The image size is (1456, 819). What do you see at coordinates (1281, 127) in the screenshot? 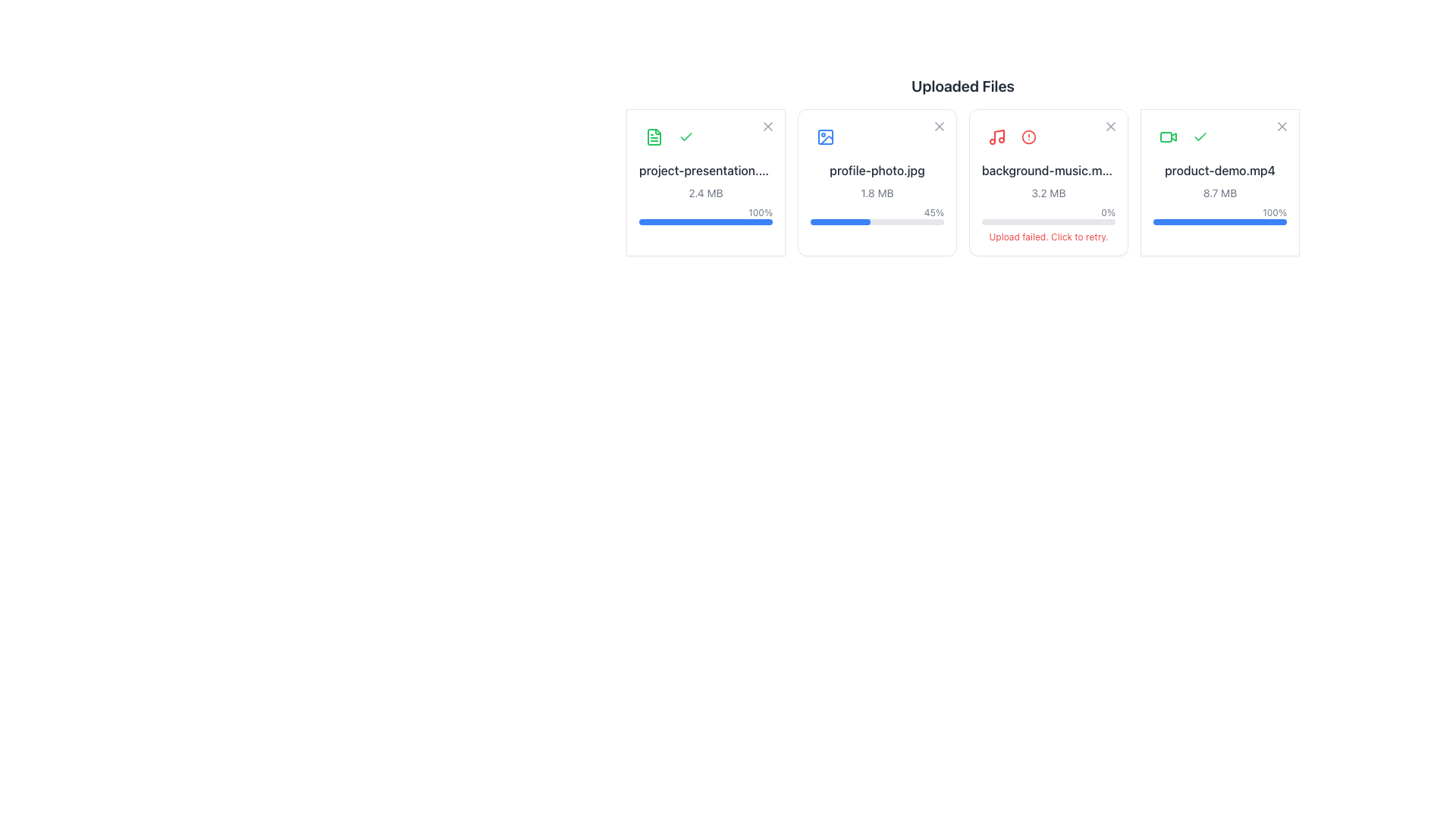
I see `the close button (X symbol) located at the top-right corner of the 'product-demo.mp4' file card` at bounding box center [1281, 127].